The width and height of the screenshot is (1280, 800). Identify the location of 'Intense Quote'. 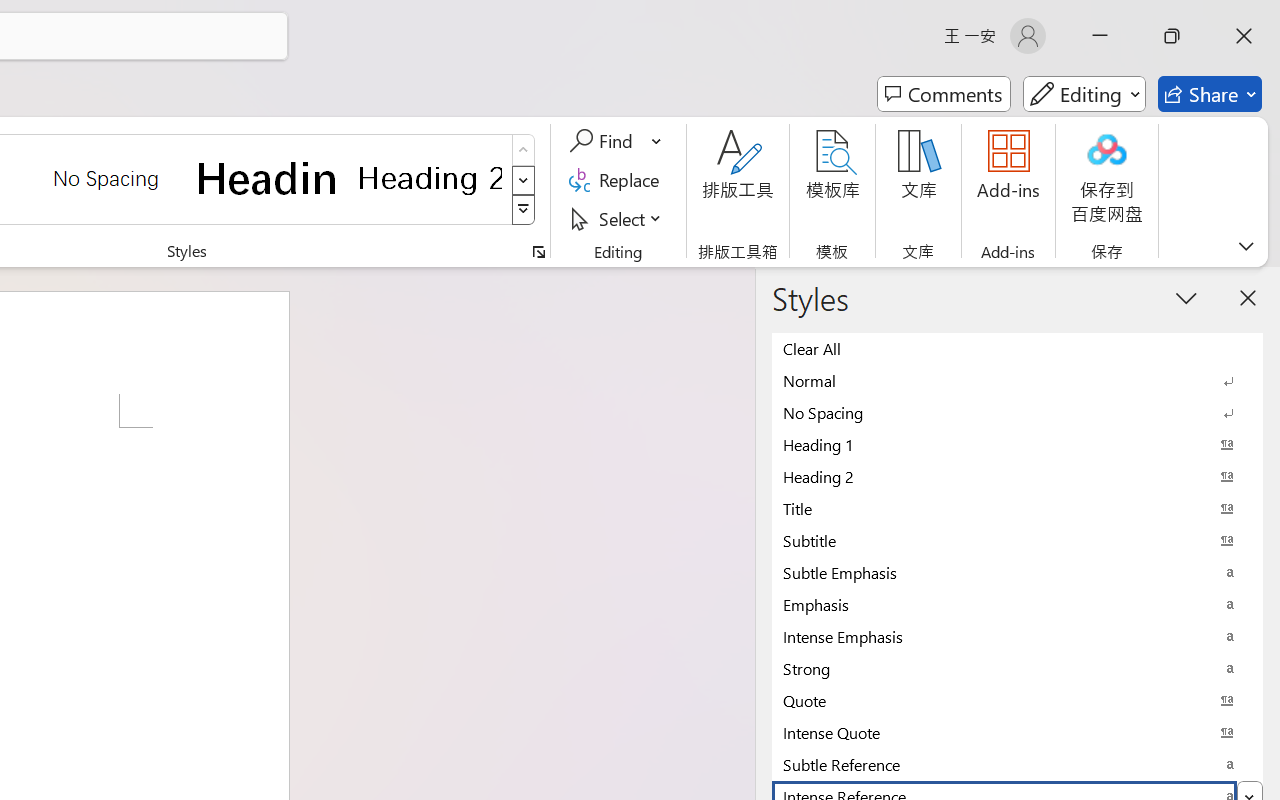
(1017, 731).